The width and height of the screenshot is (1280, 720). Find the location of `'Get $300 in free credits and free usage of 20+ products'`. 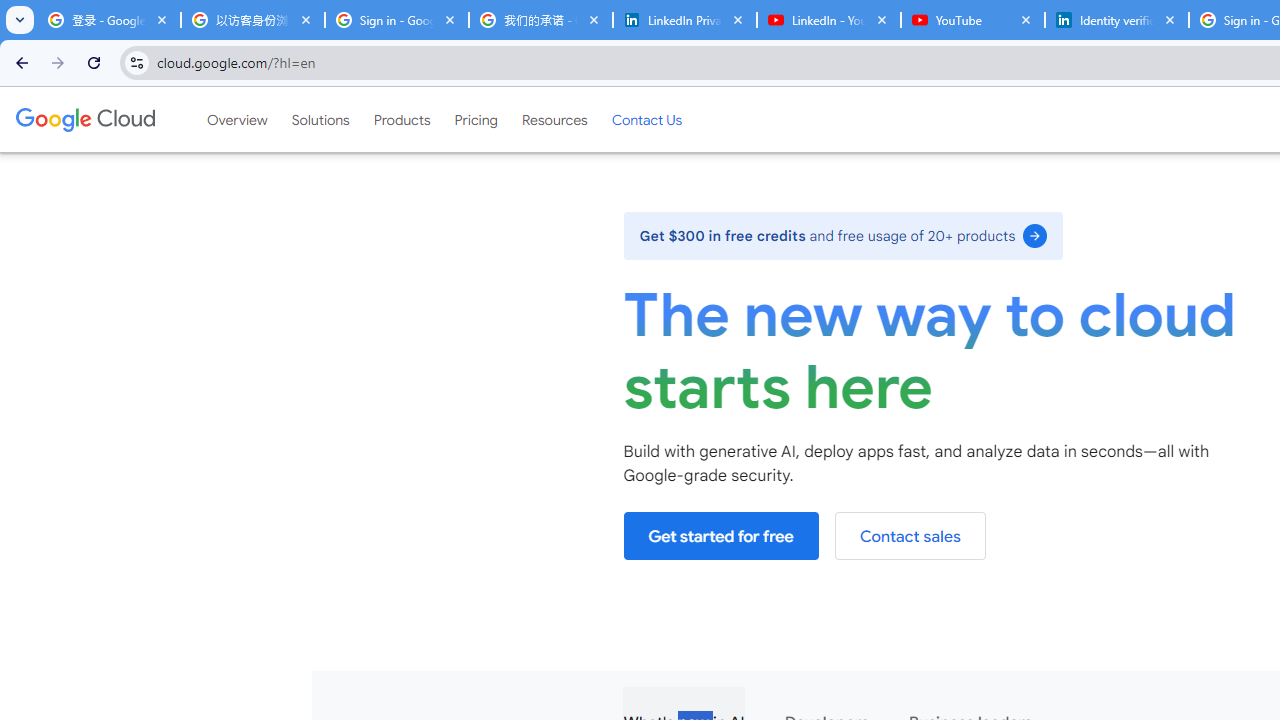

'Get $300 in free credits and free usage of 20+ products' is located at coordinates (843, 234).